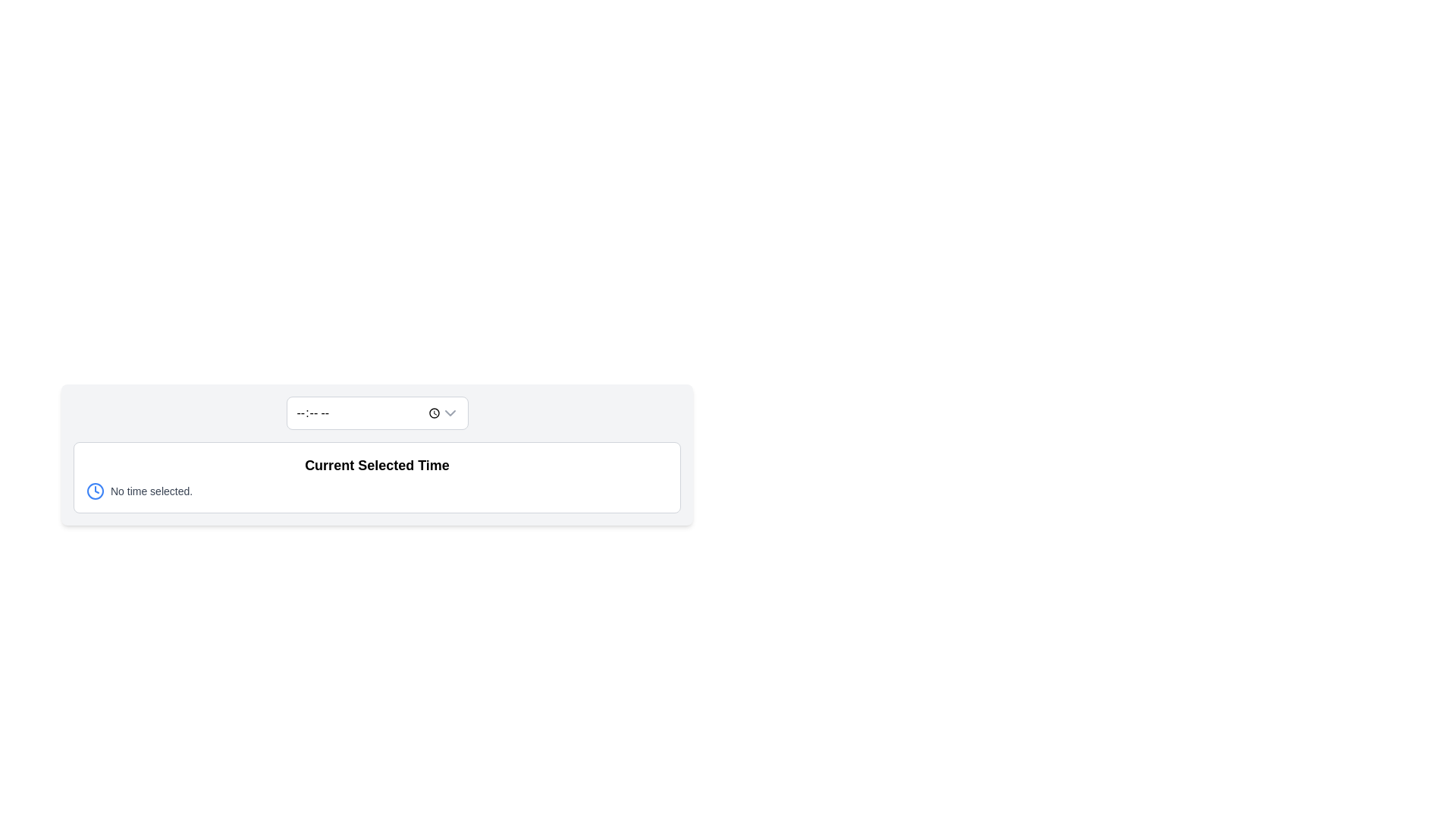  I want to click on the interactive icon for expanding the dropdown menu, located at the far right edge of the input box, so click(449, 413).